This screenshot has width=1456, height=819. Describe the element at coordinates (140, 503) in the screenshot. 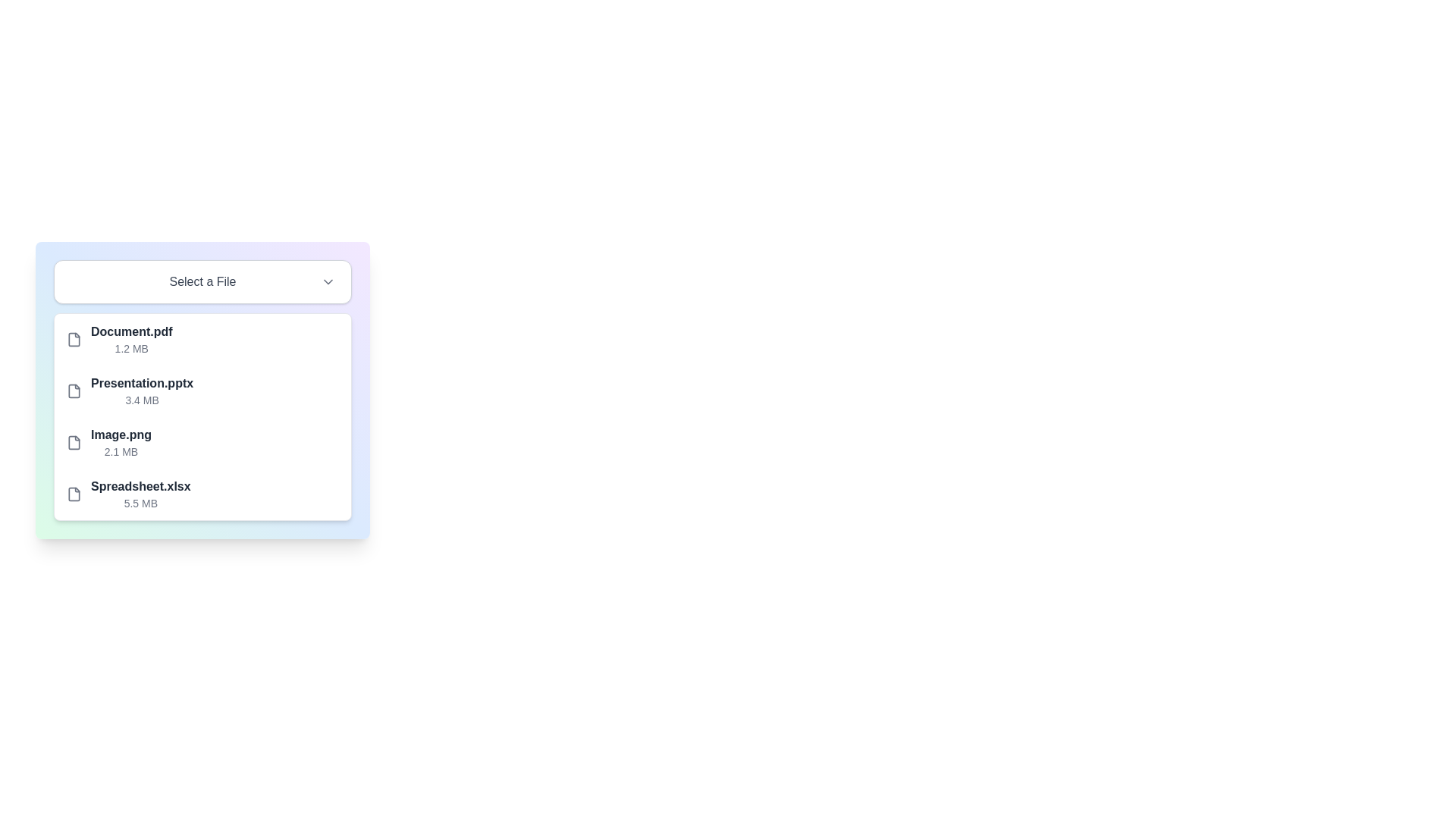

I see `the static text displaying '5.5 MB', which is located below the file name 'Spreadsheet.xlsx' in the file selection interface` at that location.